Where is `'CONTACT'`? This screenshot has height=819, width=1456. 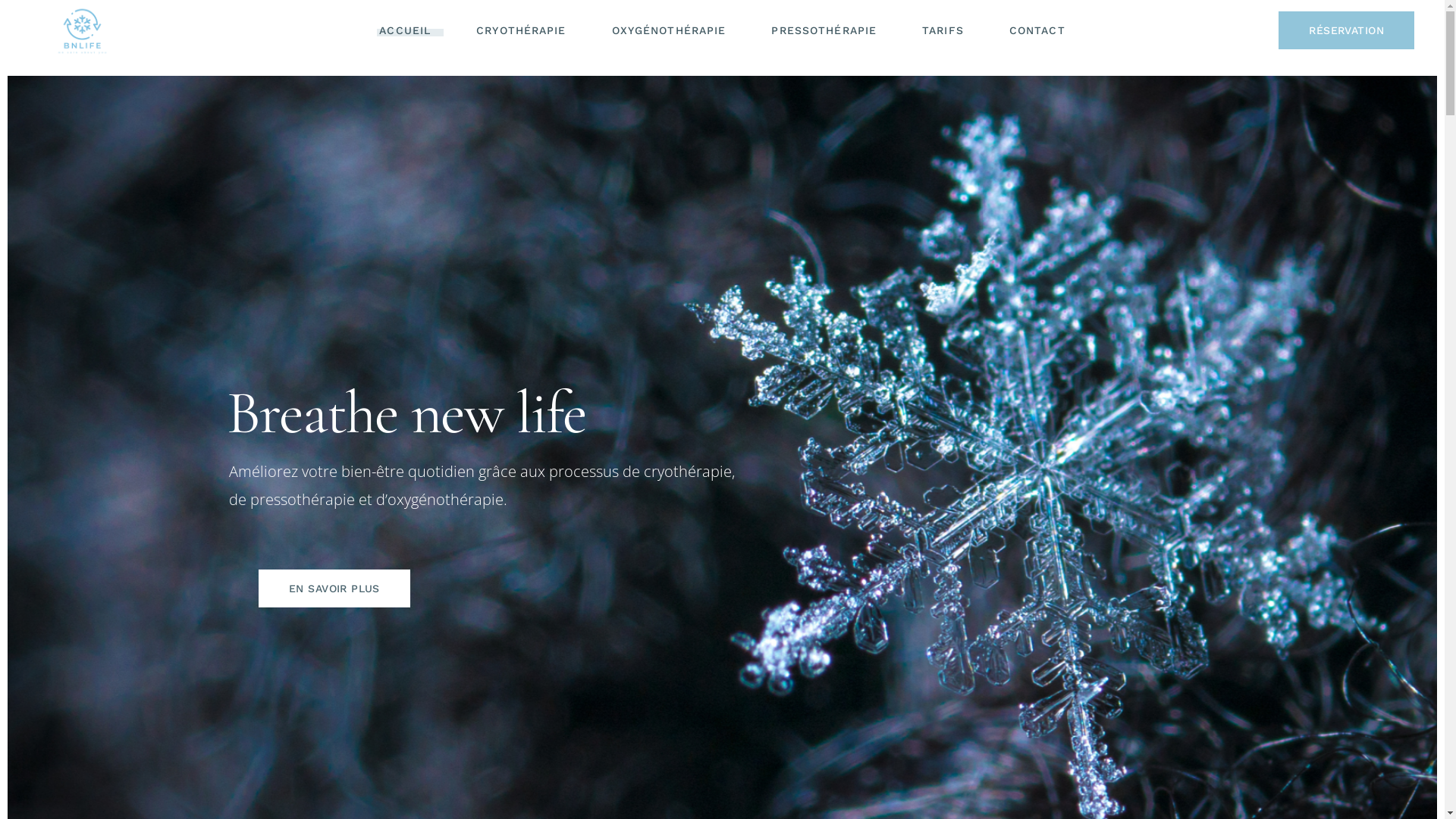
'CONTACT' is located at coordinates (1037, 30).